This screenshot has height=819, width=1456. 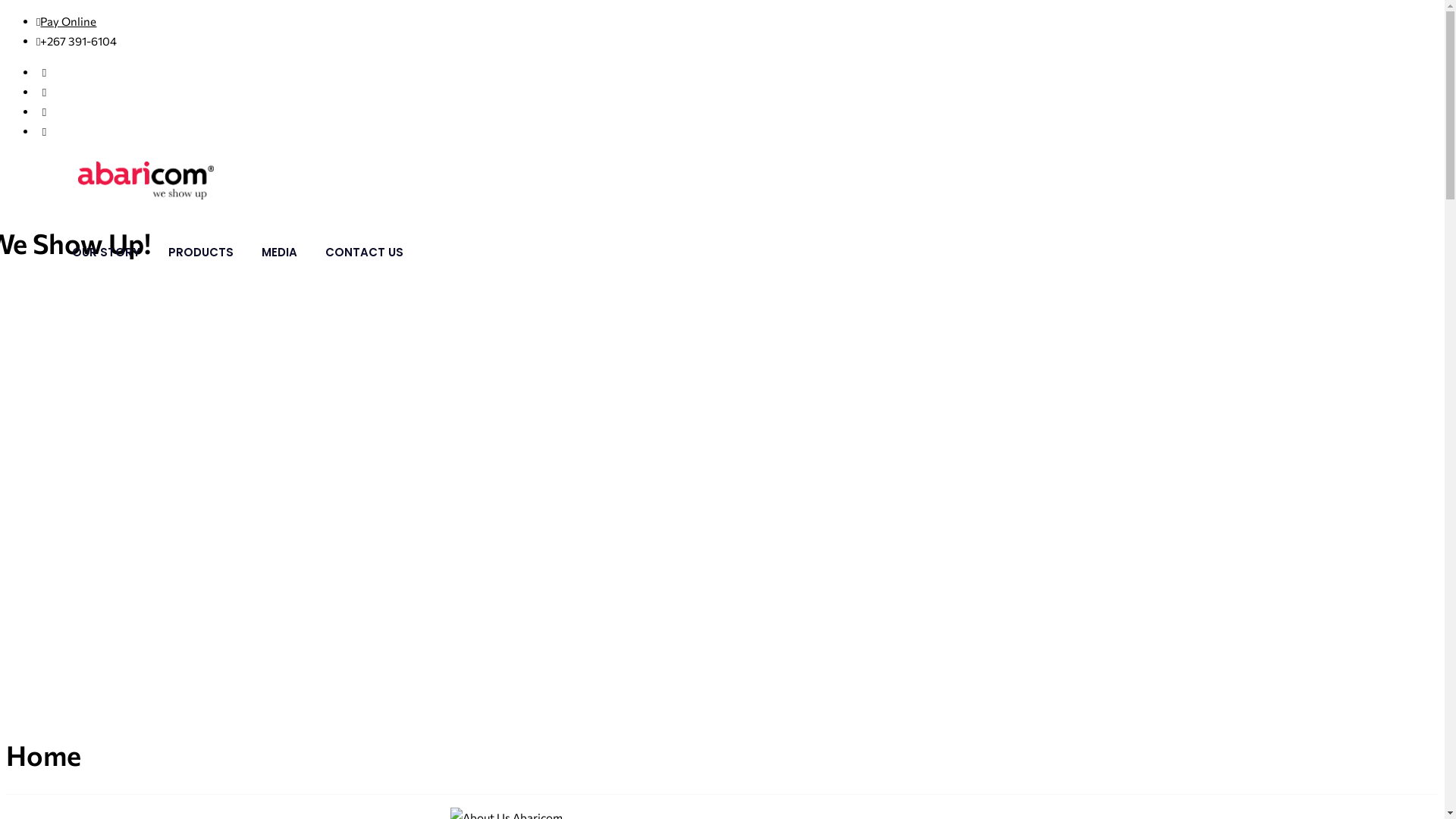 What do you see at coordinates (105, 251) in the screenshot?
I see `'OUR STORY'` at bounding box center [105, 251].